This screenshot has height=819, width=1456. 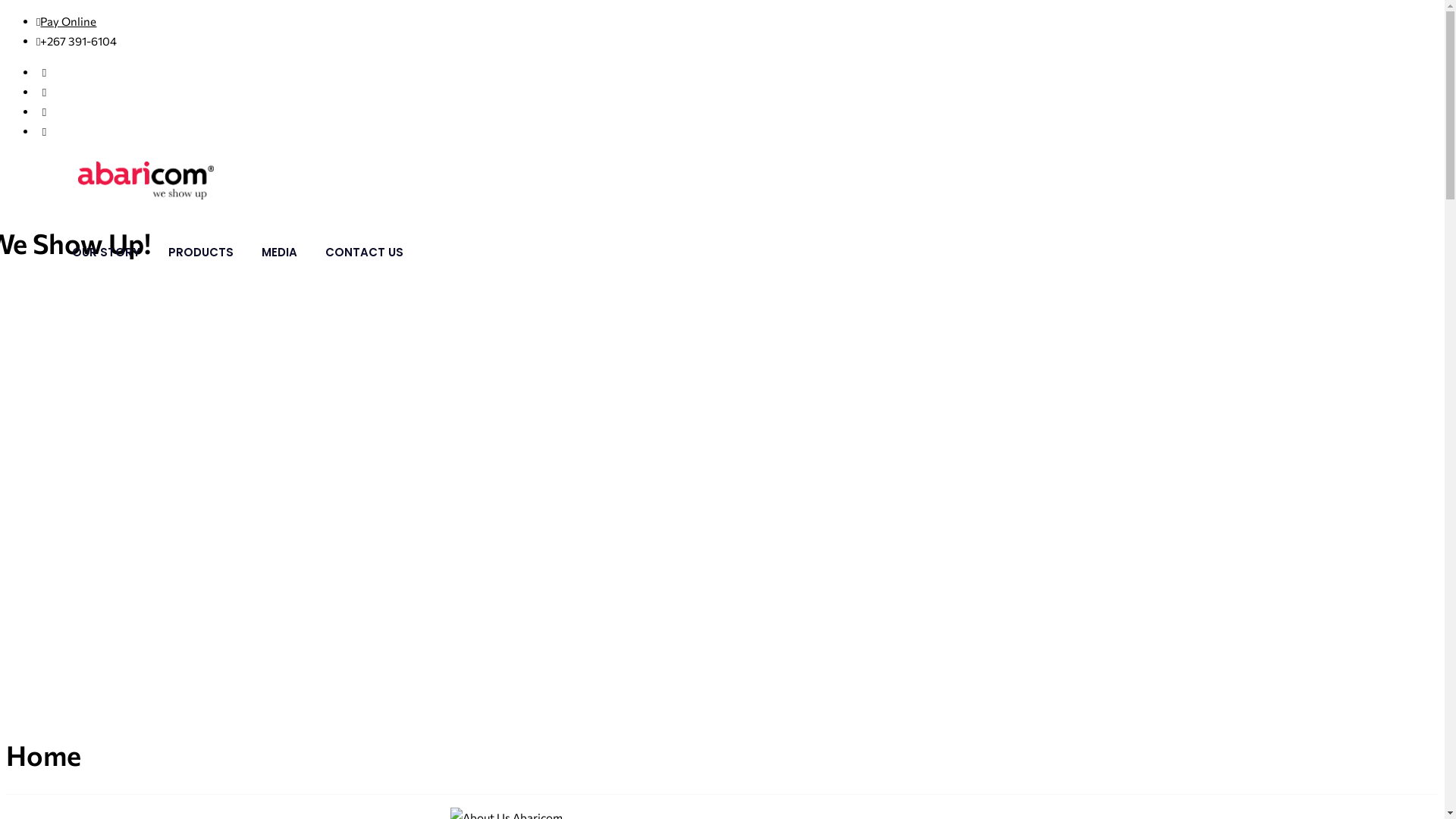 What do you see at coordinates (105, 251) in the screenshot?
I see `'OUR STORY'` at bounding box center [105, 251].